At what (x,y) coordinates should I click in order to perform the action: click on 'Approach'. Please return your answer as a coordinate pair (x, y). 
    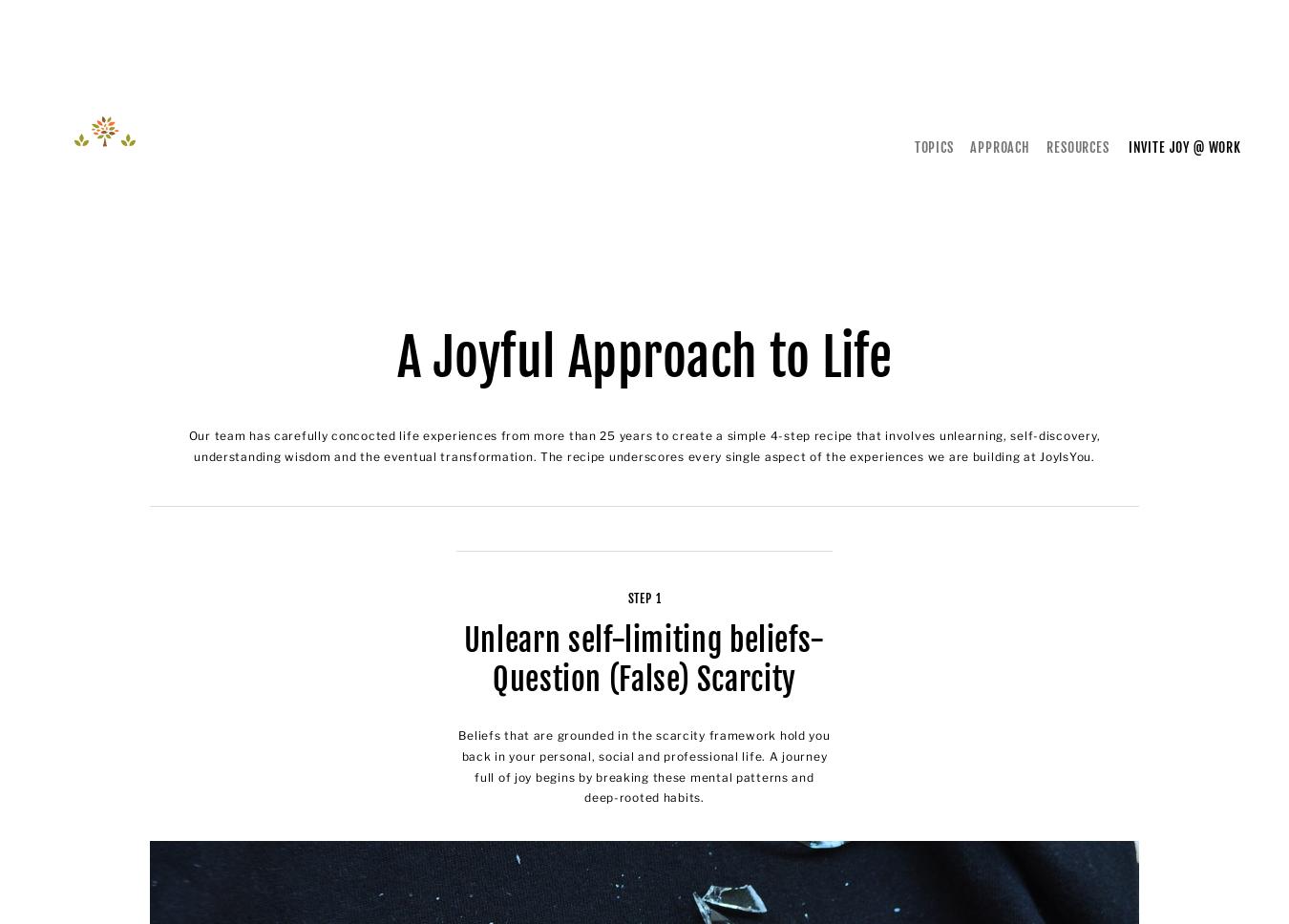
    Looking at the image, I should click on (1000, 146).